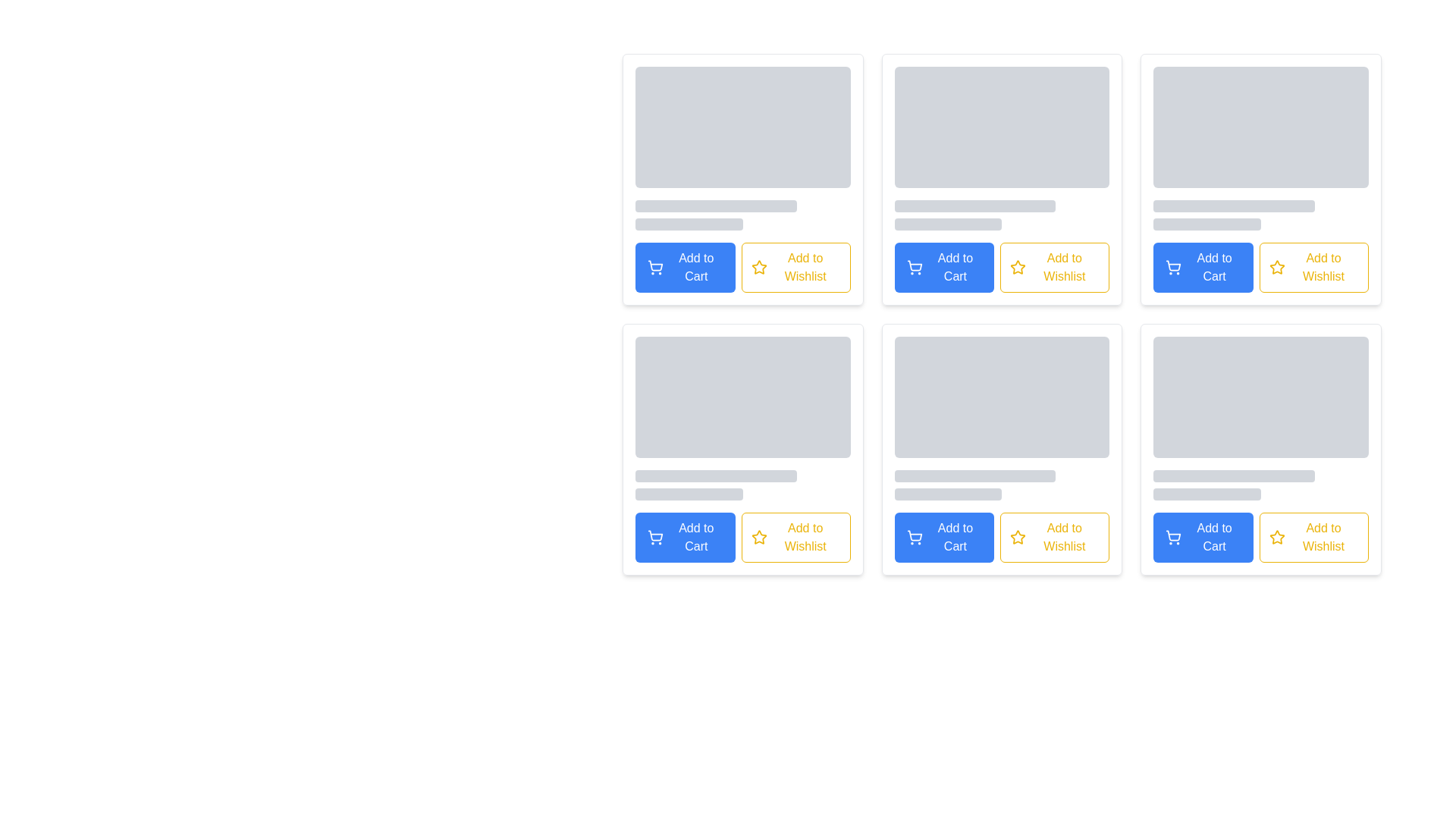 The image size is (1456, 819). What do you see at coordinates (1203, 537) in the screenshot?
I see `the leftmost button in the card layout to initiate adding the item to the shopping cart` at bounding box center [1203, 537].